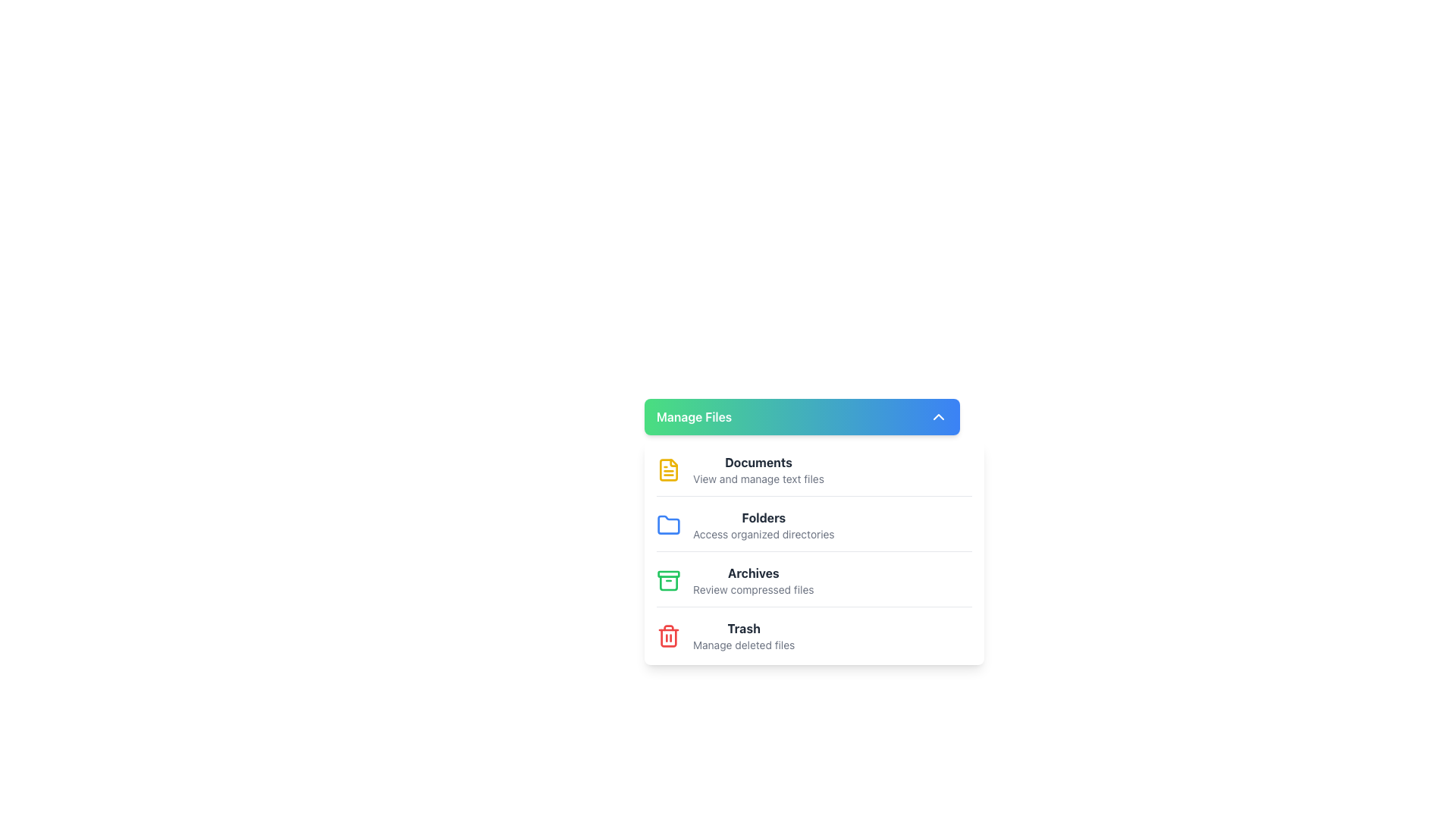  Describe the element at coordinates (668, 573) in the screenshot. I see `the decorative bar located at the top of the archives icon, which visually distinguishes it from other icons` at that location.